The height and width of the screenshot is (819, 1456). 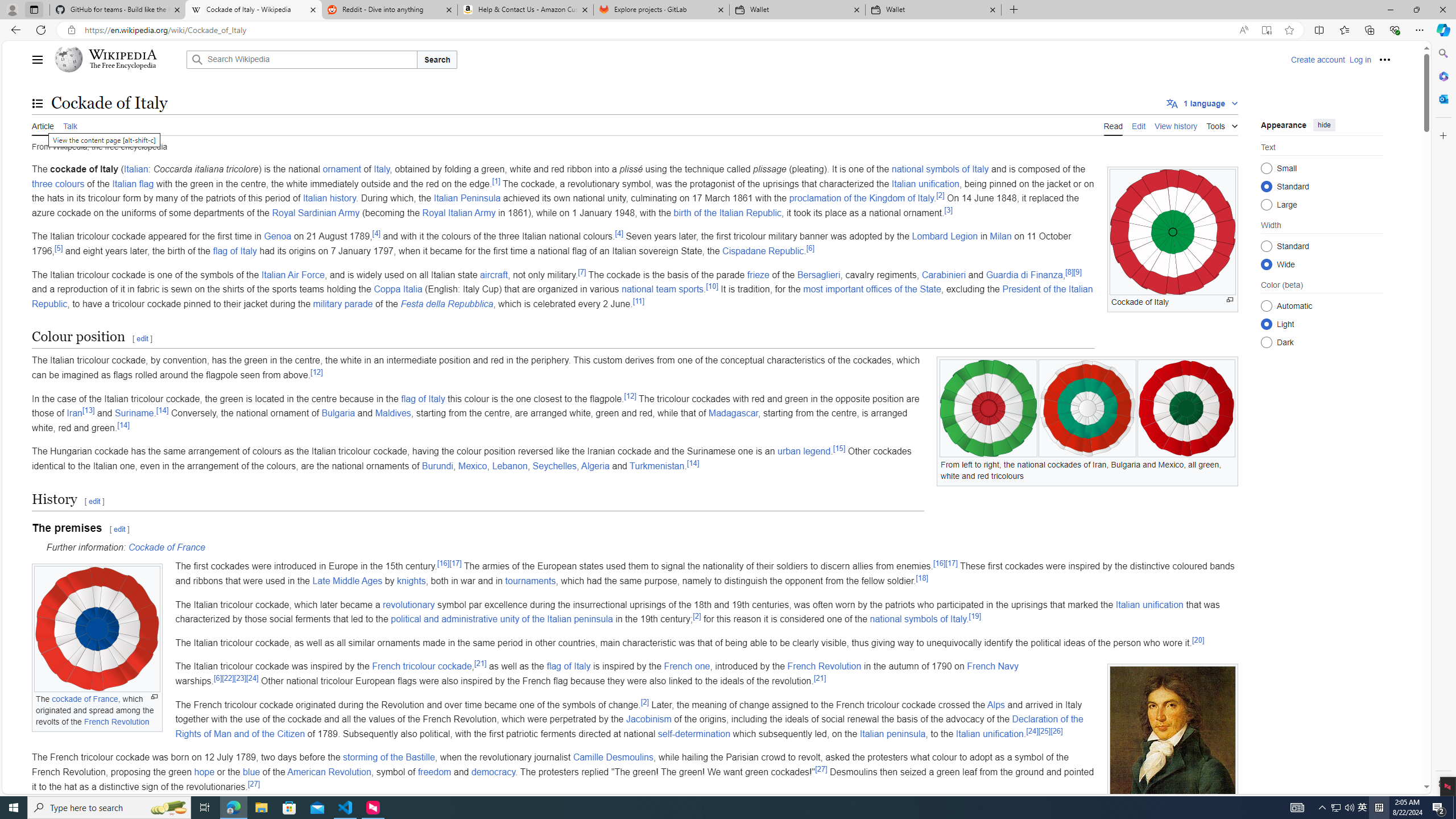 I want to click on 'Italian peninsula', so click(x=892, y=734).